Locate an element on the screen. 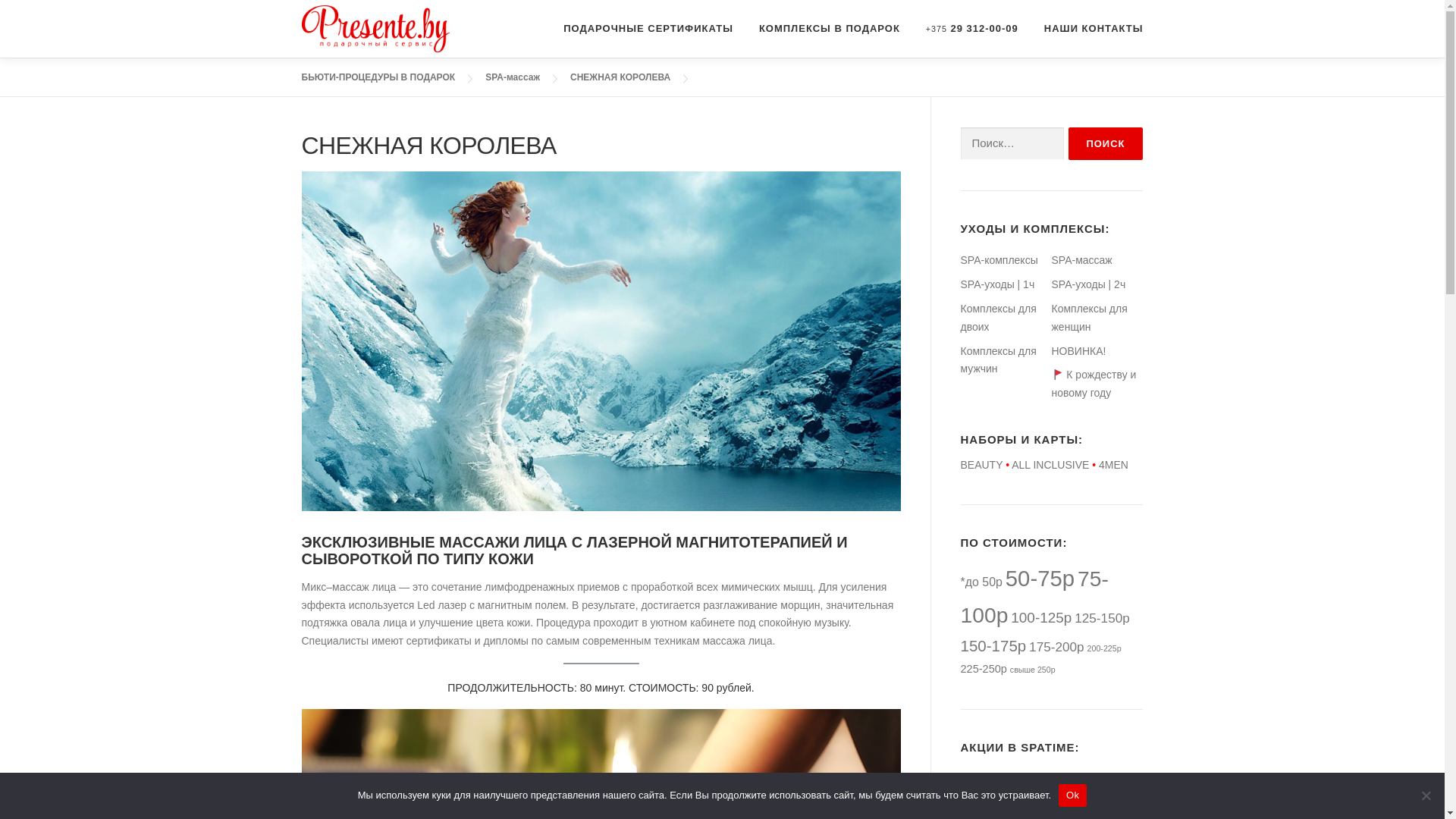 The image size is (1456, 819). 'Ok' is located at coordinates (1072, 795).